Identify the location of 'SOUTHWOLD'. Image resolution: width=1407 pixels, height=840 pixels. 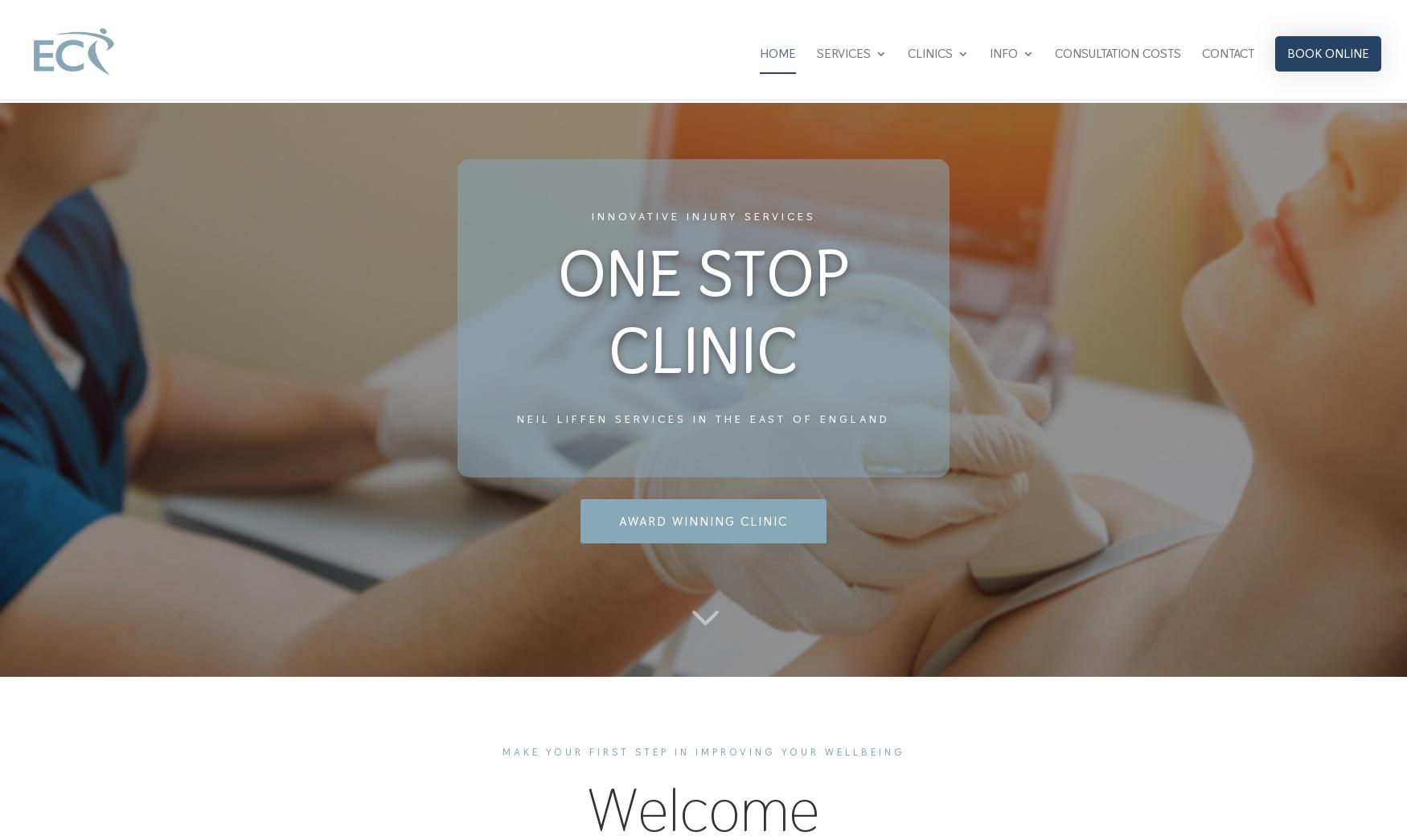
(939, 201).